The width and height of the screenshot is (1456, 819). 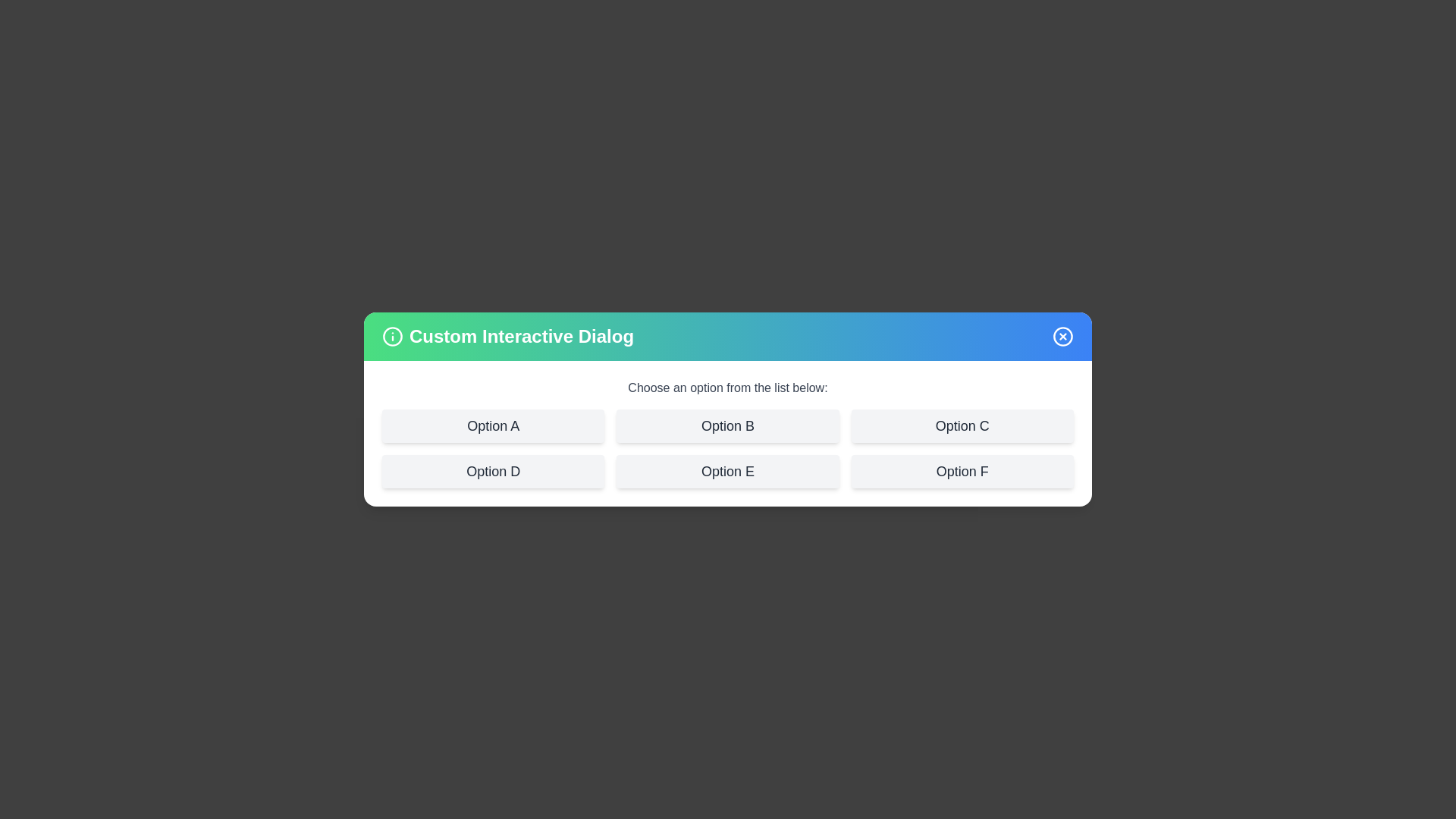 I want to click on the option labeled Option A to see its hover effect, so click(x=493, y=426).